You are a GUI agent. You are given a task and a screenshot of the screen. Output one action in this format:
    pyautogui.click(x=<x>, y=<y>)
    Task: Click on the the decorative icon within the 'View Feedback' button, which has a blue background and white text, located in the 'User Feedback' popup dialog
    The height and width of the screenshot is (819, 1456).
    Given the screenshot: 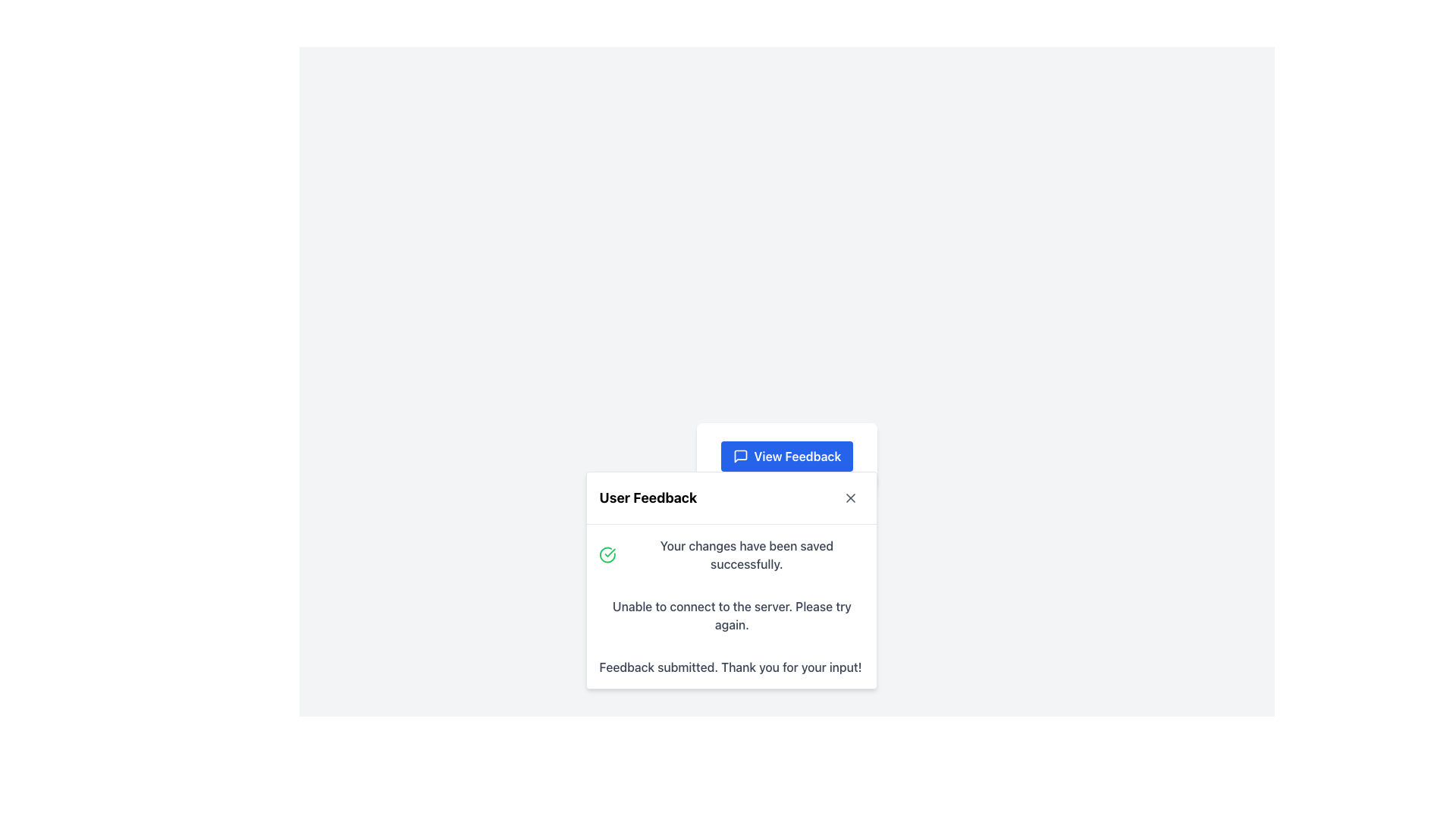 What is the action you would take?
    pyautogui.click(x=740, y=455)
    